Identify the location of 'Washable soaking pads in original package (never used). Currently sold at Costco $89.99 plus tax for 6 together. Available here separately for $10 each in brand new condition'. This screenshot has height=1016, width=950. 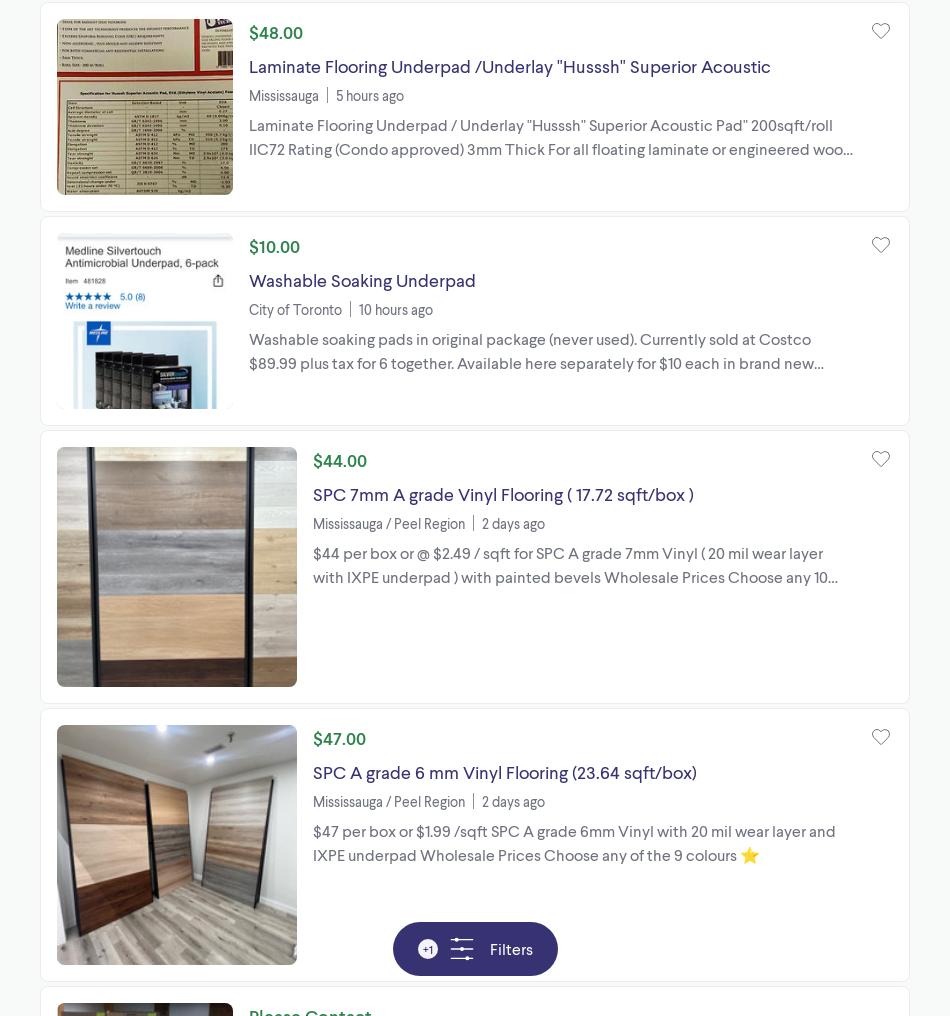
(247, 362).